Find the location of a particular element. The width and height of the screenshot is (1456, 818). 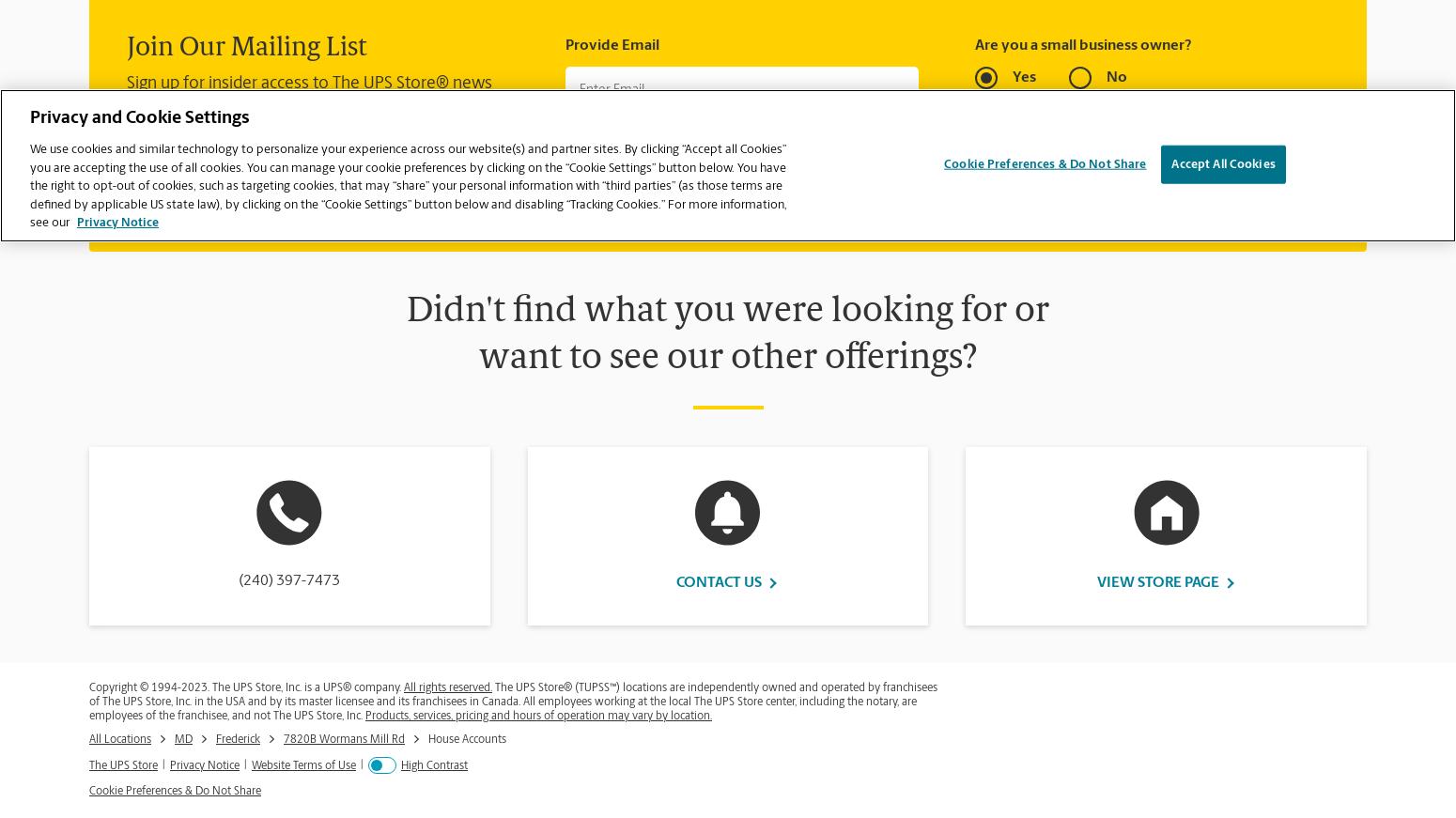

'Privacy Notice' is located at coordinates (203, 764).